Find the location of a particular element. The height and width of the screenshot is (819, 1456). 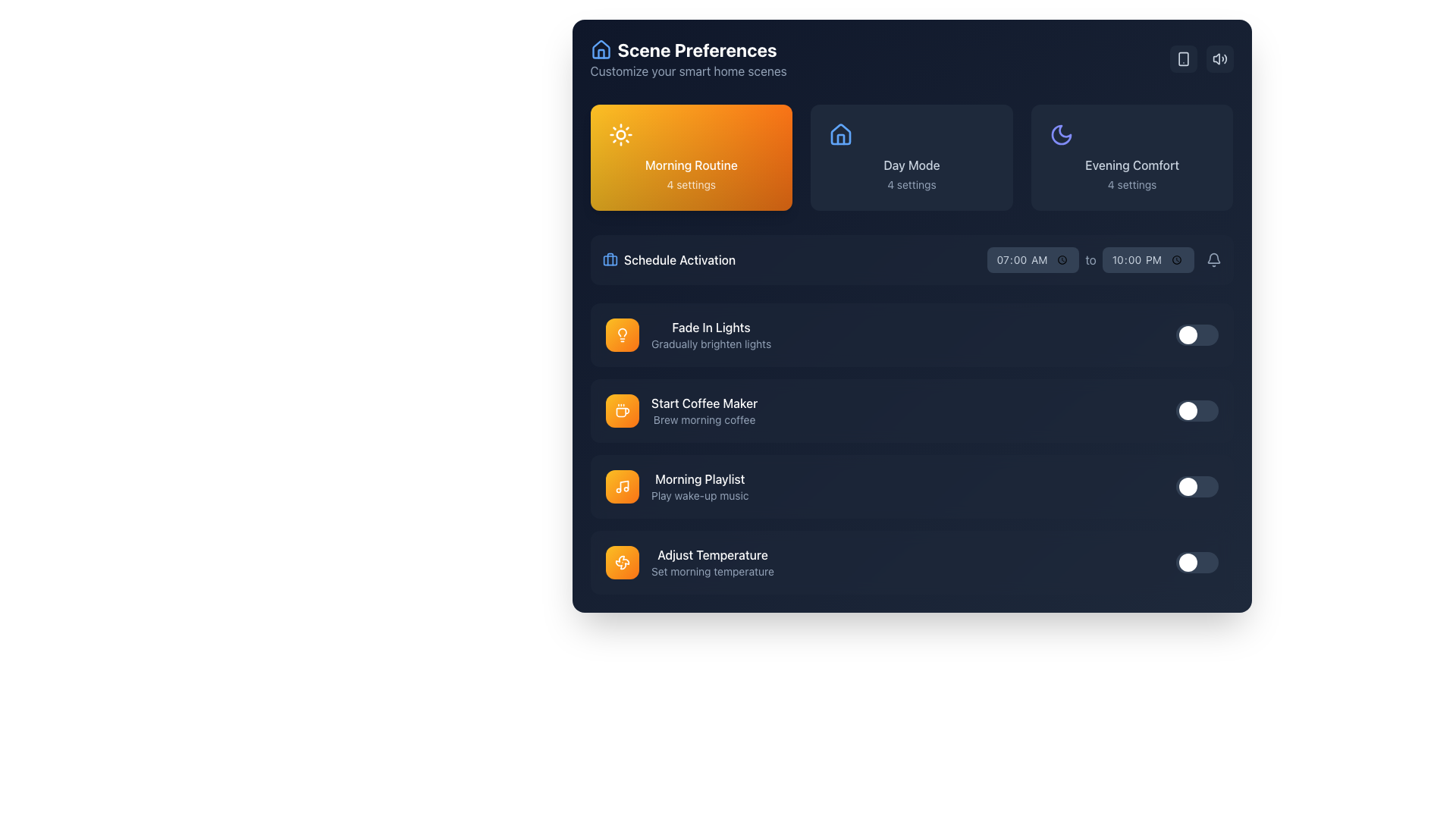

the 'Adjust Temperature' icon, which is positioned as the last item in the 'Schedule Activation' section, serving as a visual identifier for temperature adjustment settings is located at coordinates (622, 562).